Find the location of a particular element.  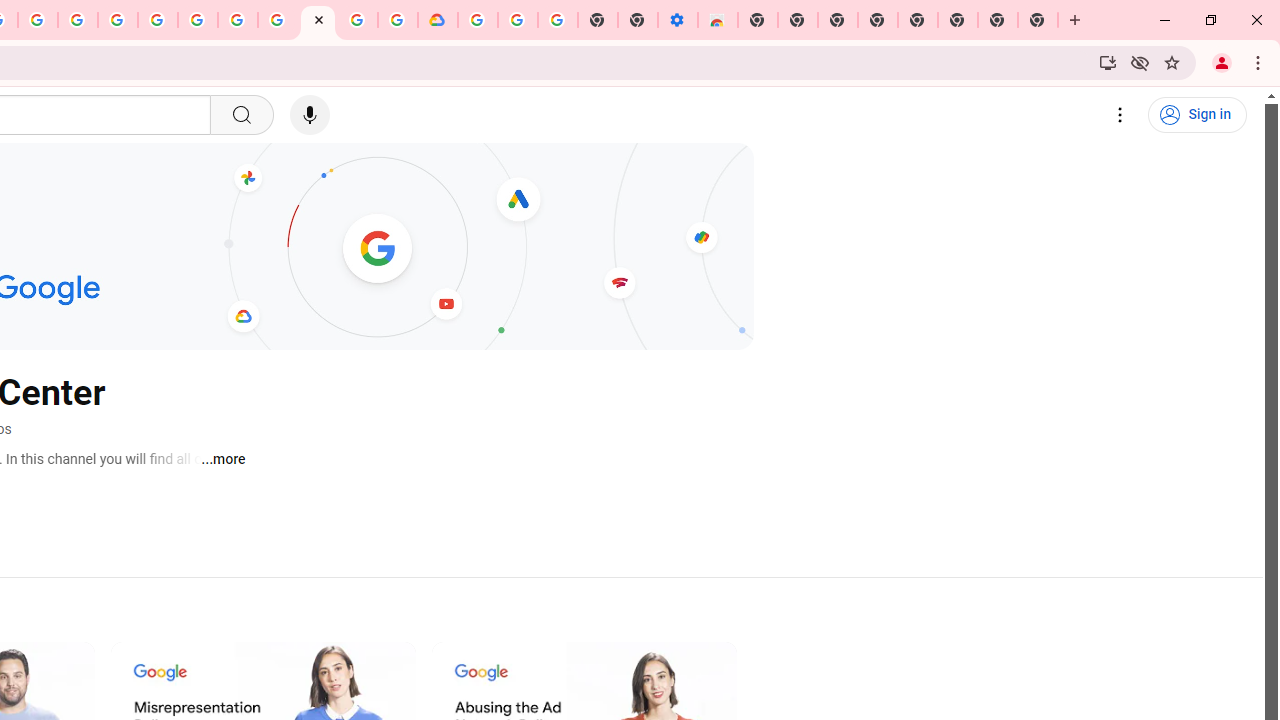

'Settings' is located at coordinates (1120, 115).